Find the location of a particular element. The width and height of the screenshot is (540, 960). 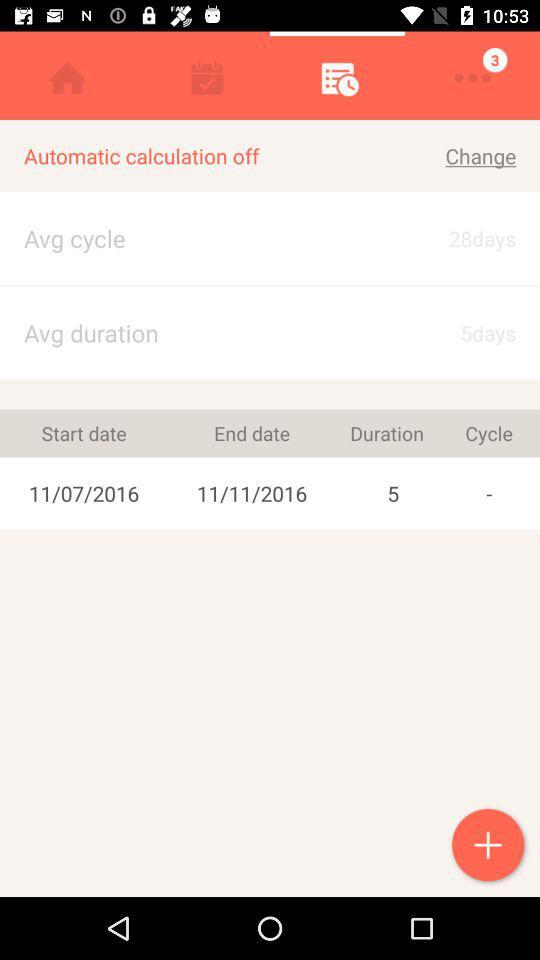

the app to the left of change is located at coordinates (203, 155).